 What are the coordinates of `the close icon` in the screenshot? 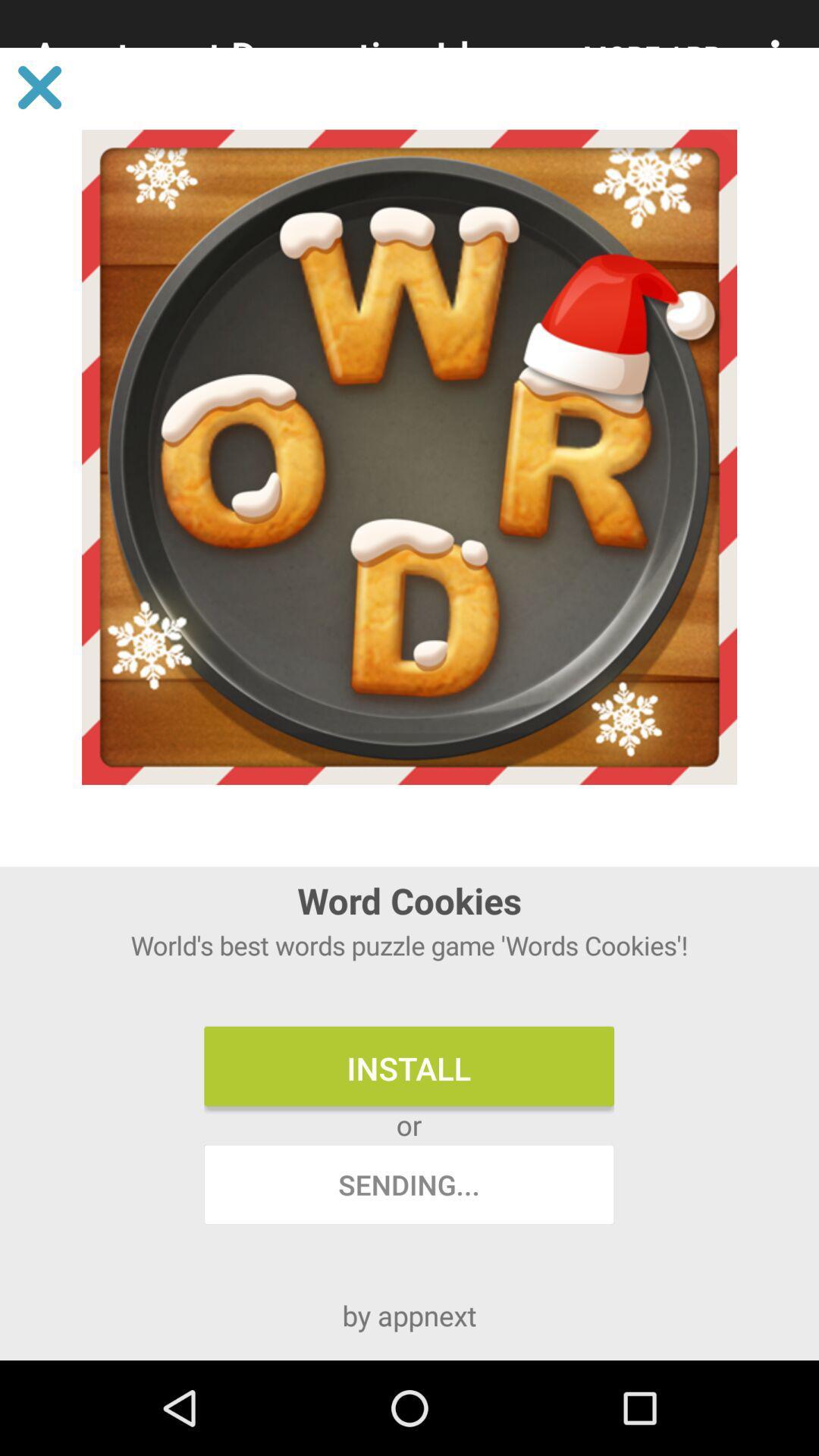 It's located at (39, 86).